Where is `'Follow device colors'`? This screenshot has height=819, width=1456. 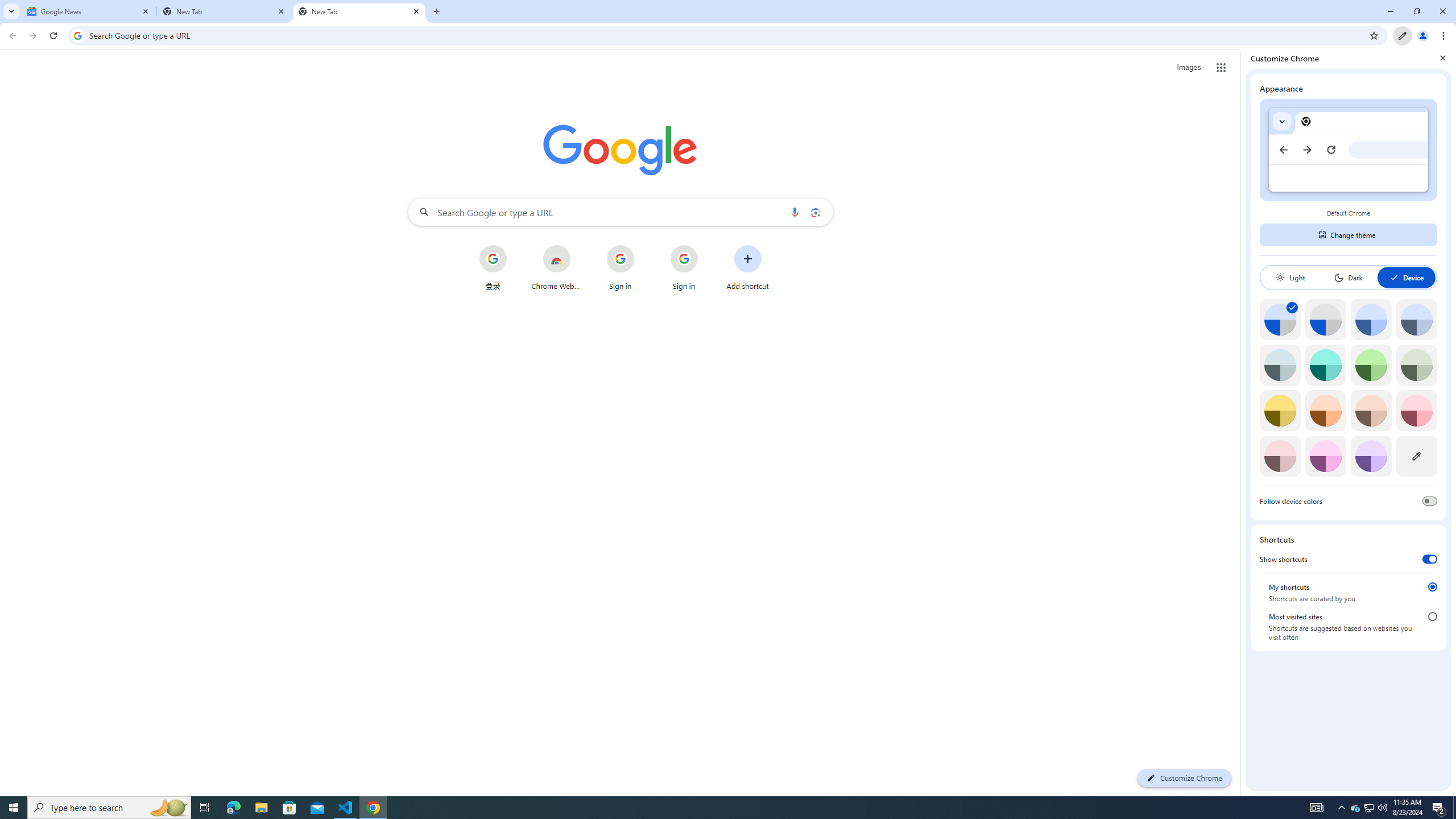
'Follow device colors' is located at coordinates (1429, 500).